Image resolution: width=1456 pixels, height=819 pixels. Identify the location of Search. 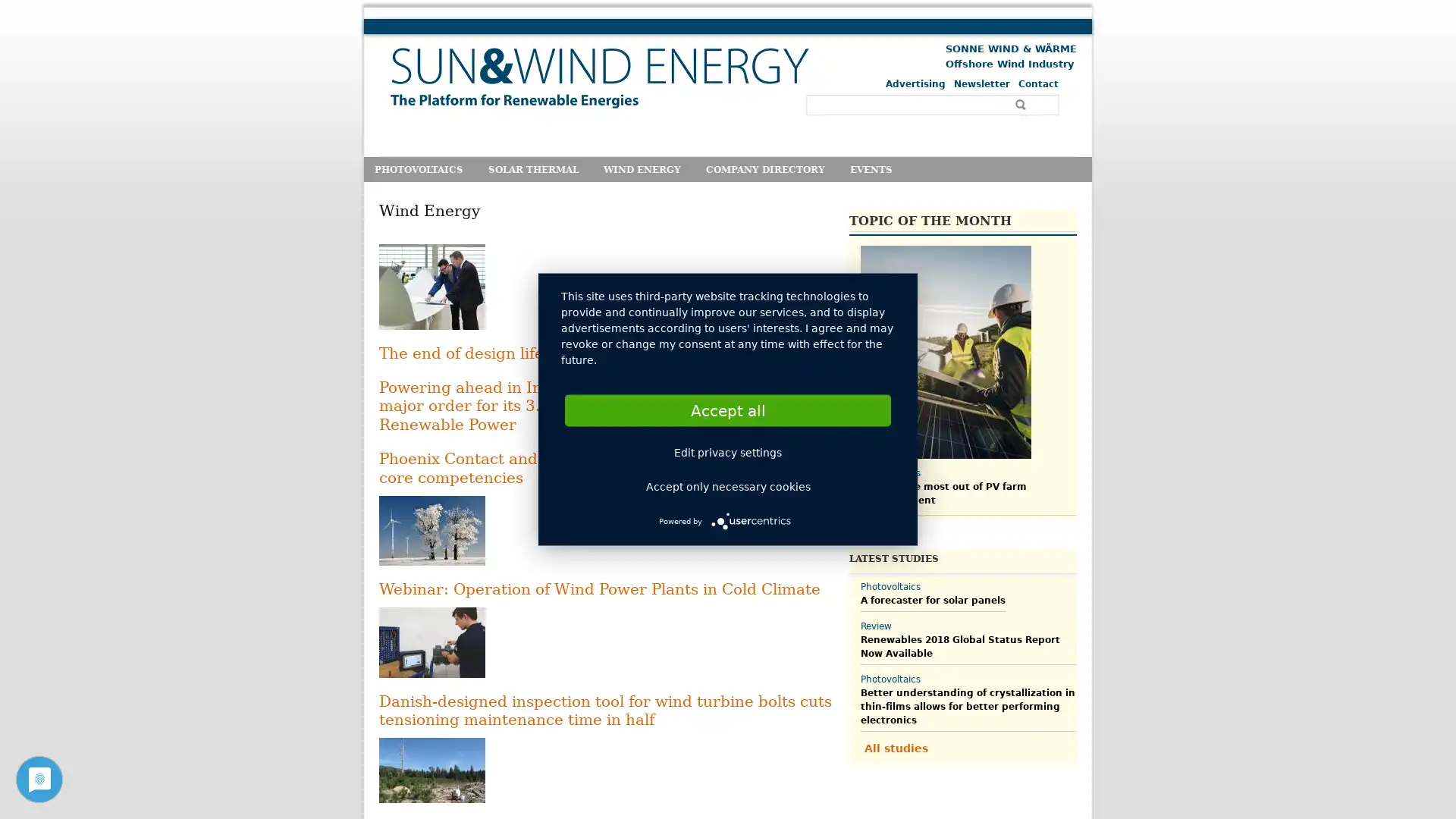
(1022, 104).